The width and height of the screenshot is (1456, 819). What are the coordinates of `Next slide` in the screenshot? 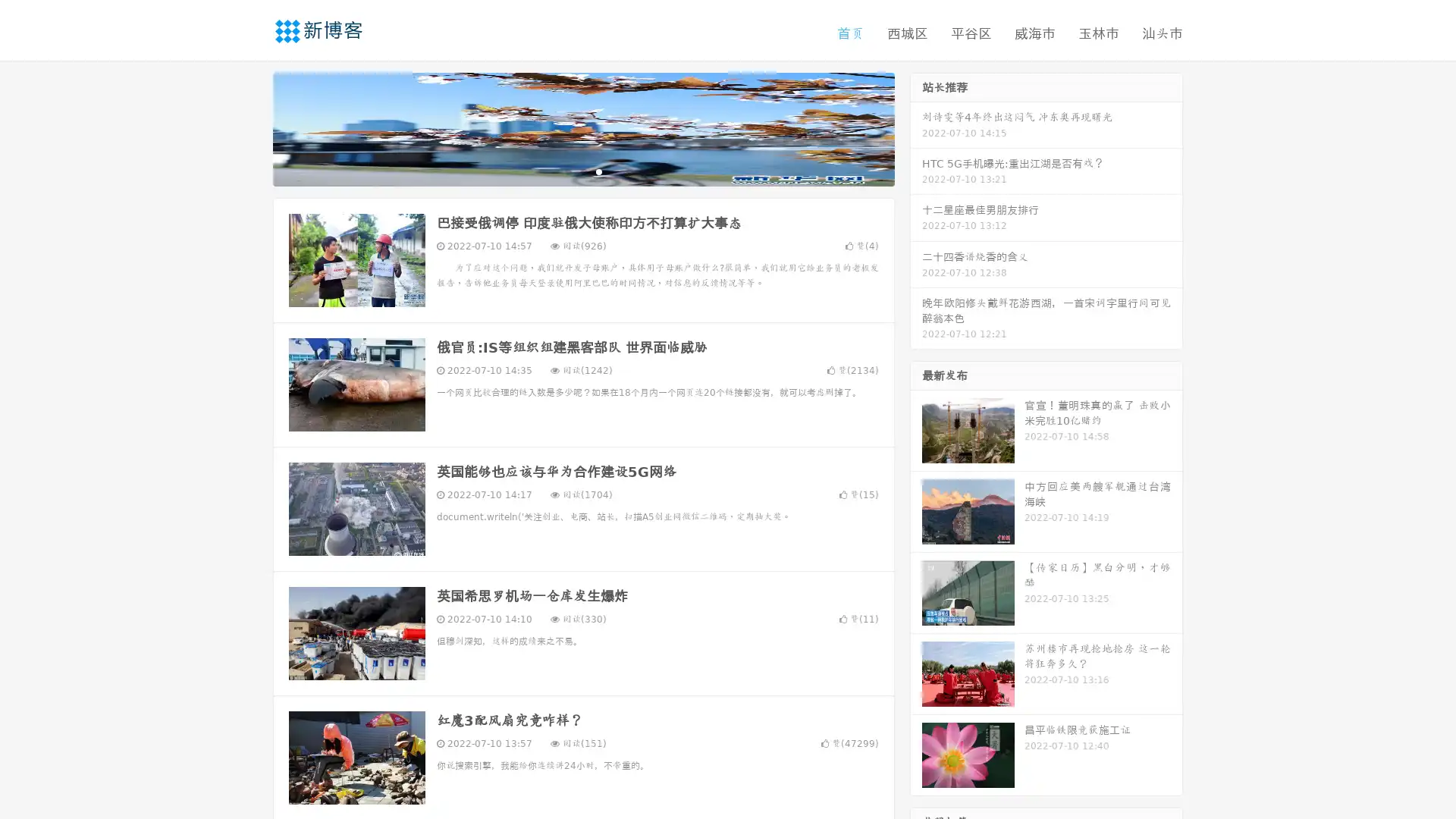 It's located at (916, 127).